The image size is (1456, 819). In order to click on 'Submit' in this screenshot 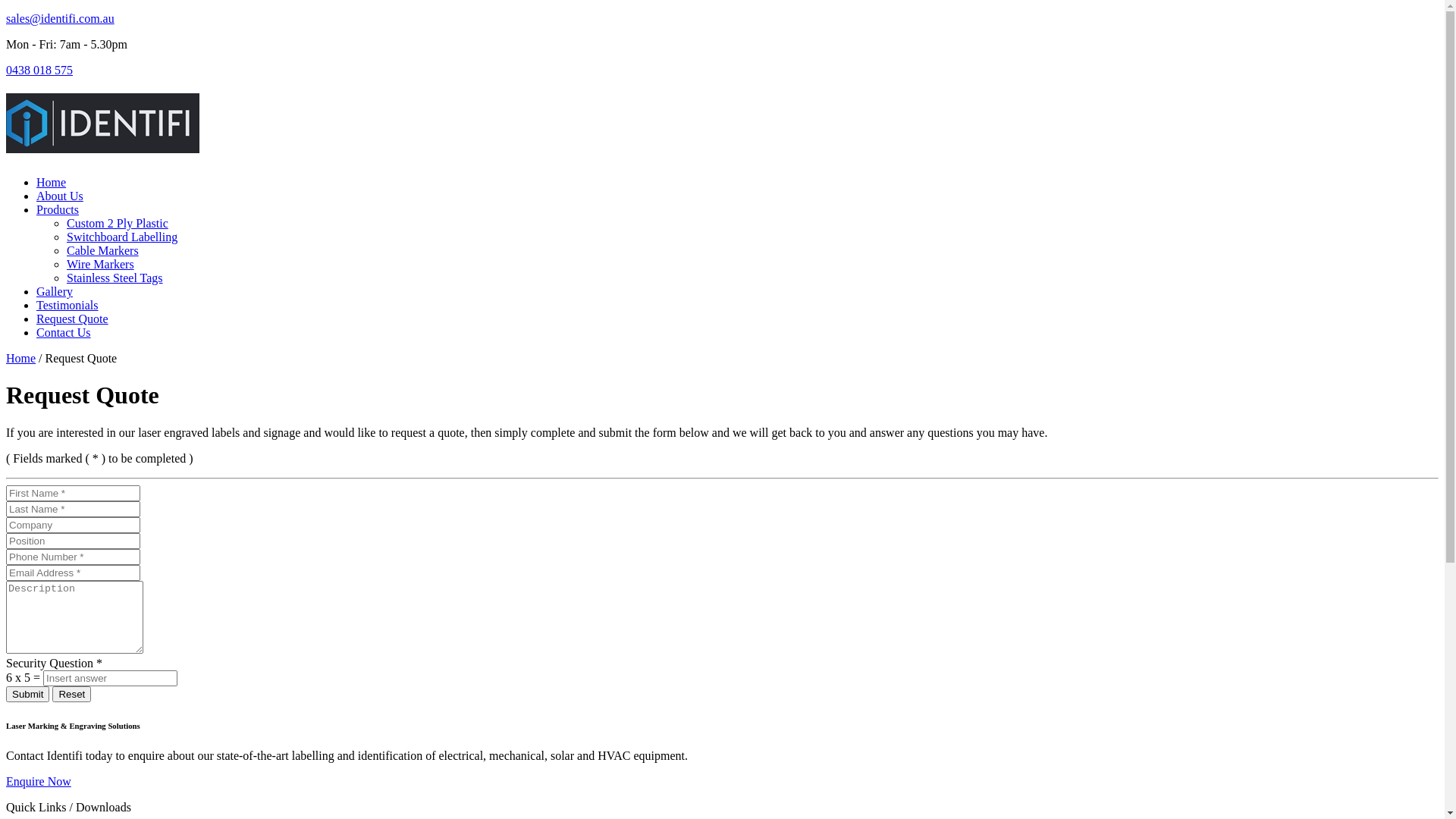, I will do `click(6, 694)`.